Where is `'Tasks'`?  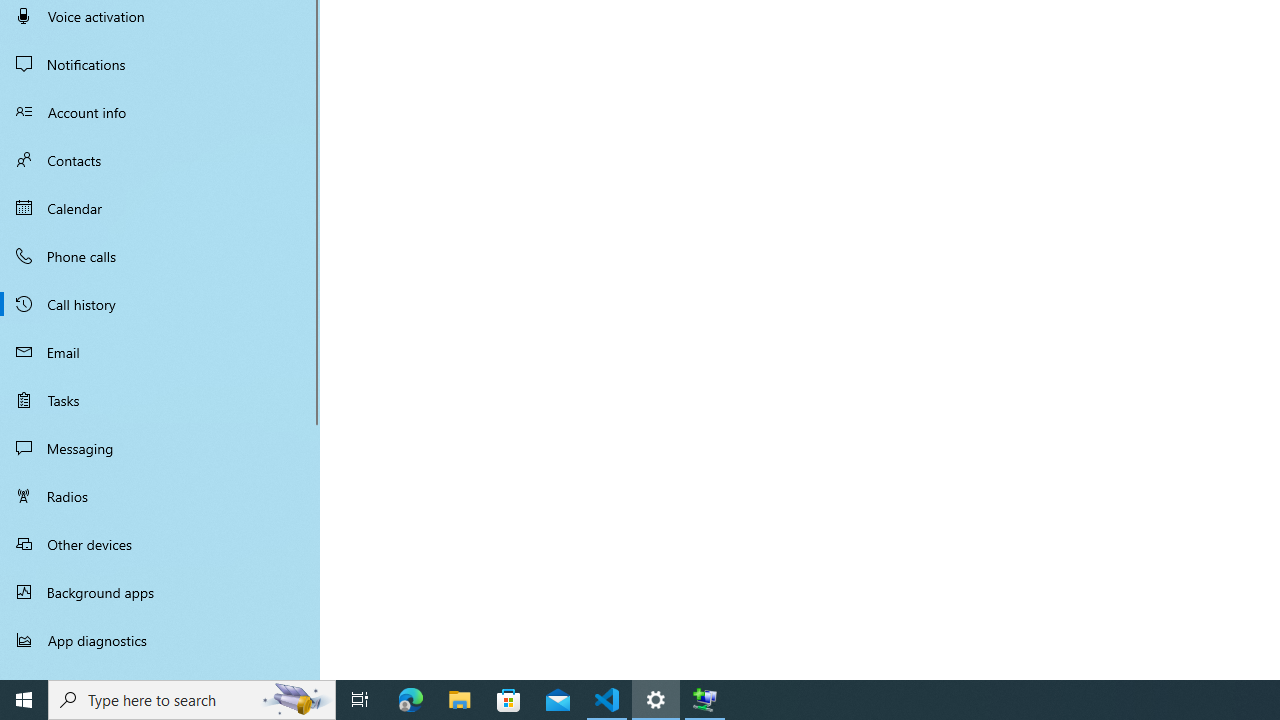
'Tasks' is located at coordinates (160, 399).